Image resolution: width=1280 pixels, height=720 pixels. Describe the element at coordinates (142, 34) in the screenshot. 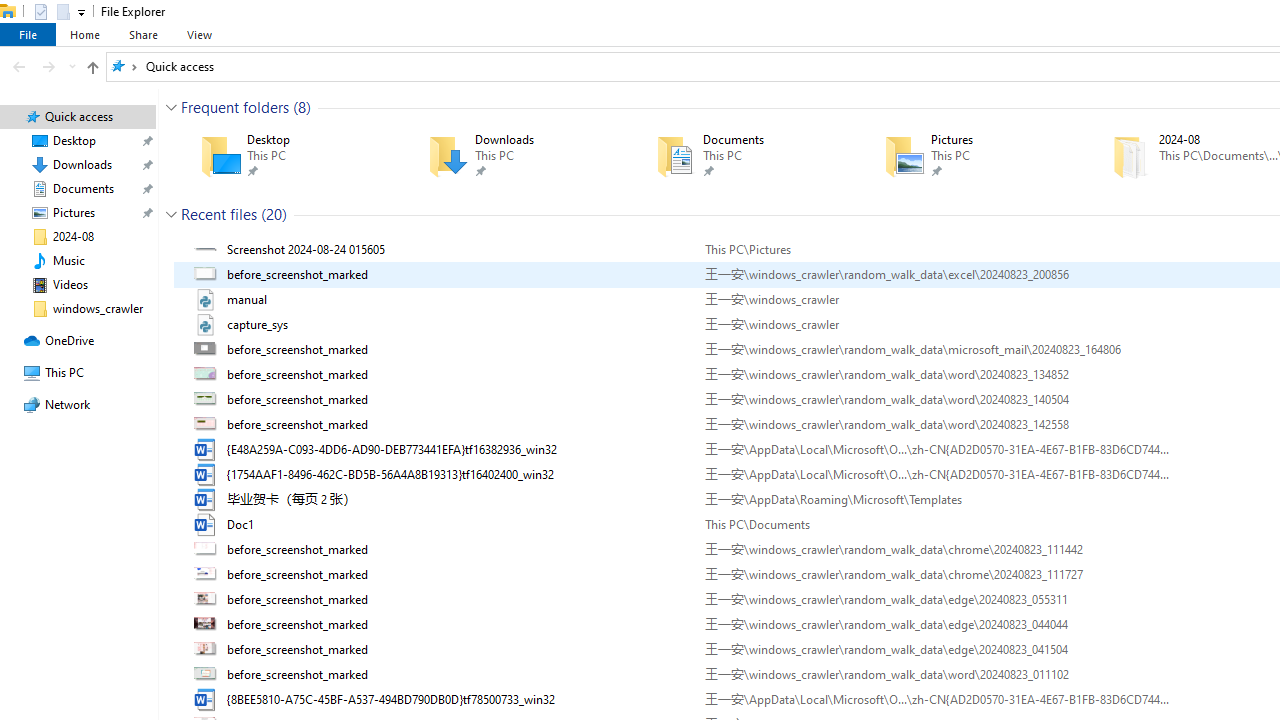

I see `'Share'` at that location.